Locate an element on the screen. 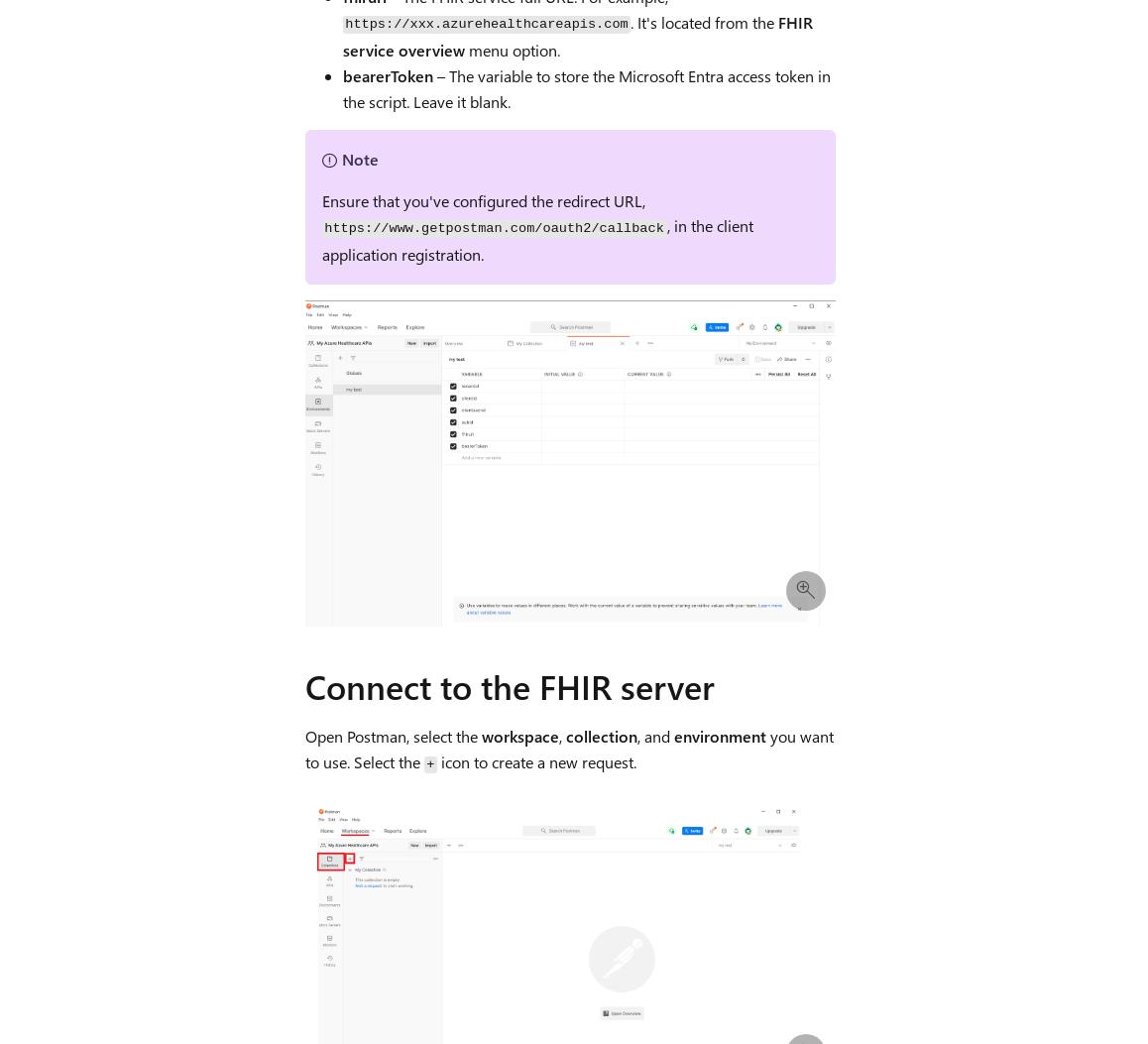  'environment' is located at coordinates (673, 735).